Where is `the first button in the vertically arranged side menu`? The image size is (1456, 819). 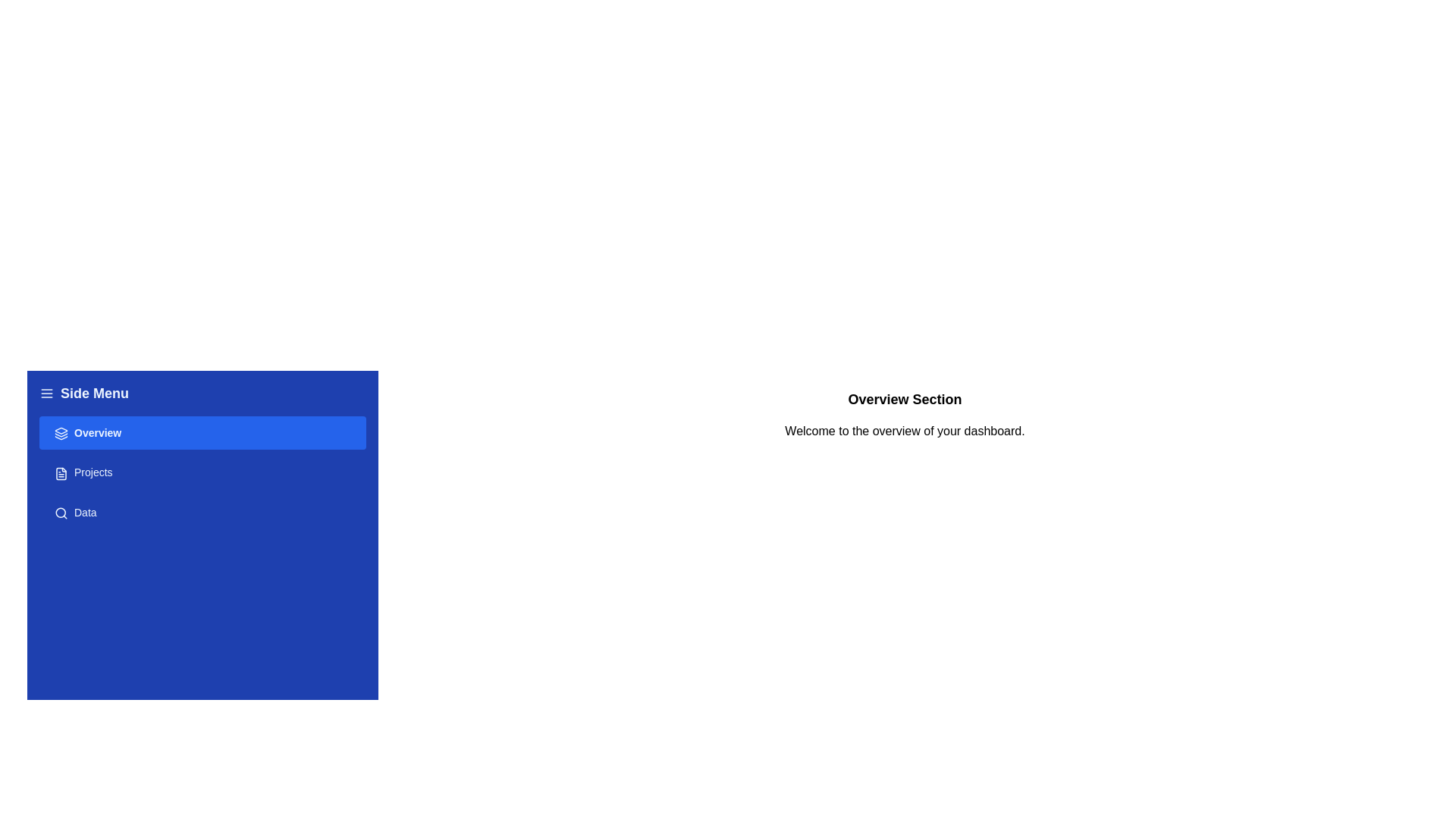
the first button in the vertically arranged side menu is located at coordinates (202, 433).